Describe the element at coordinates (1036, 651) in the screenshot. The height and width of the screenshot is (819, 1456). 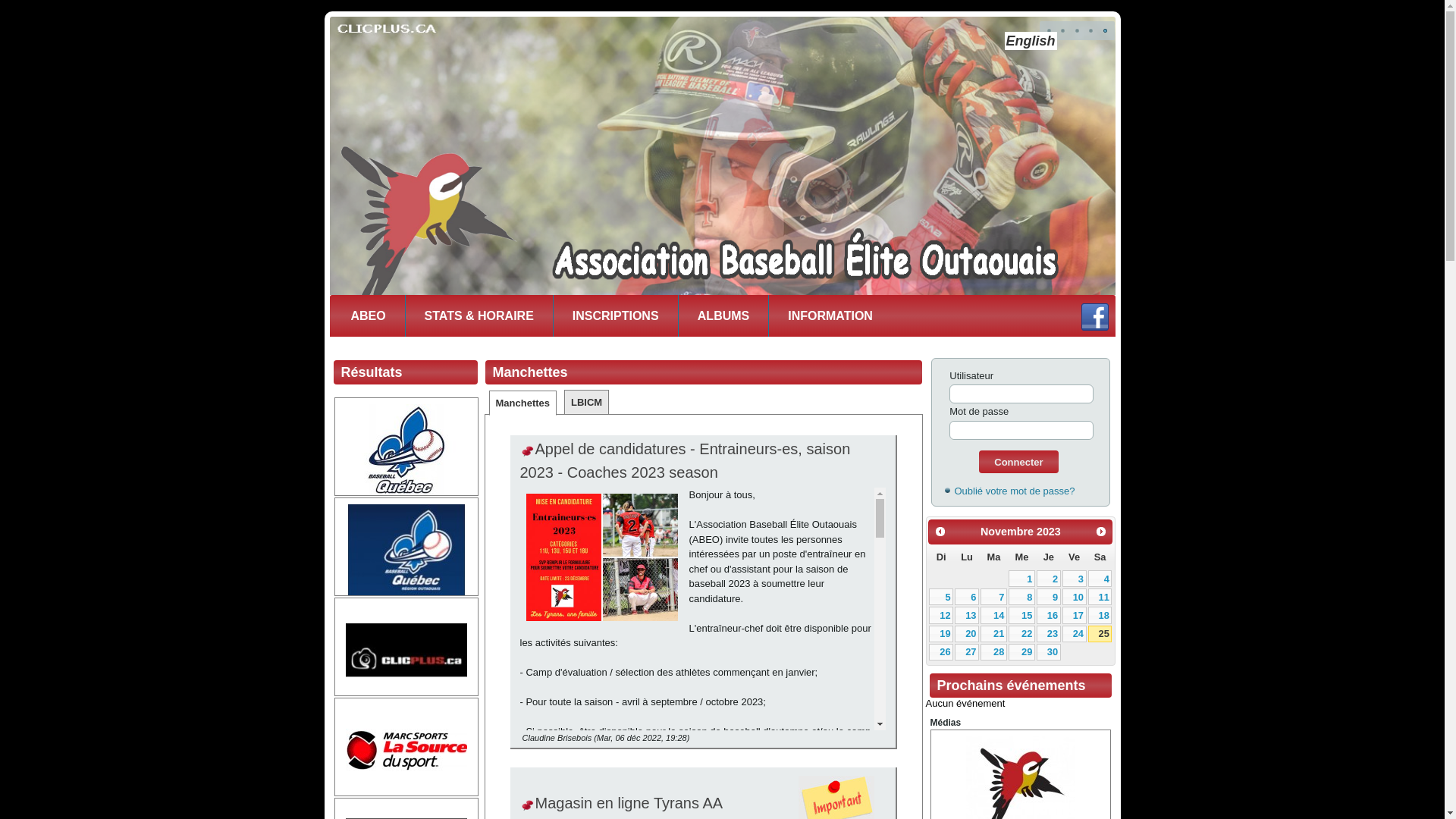
I see `'30'` at that location.